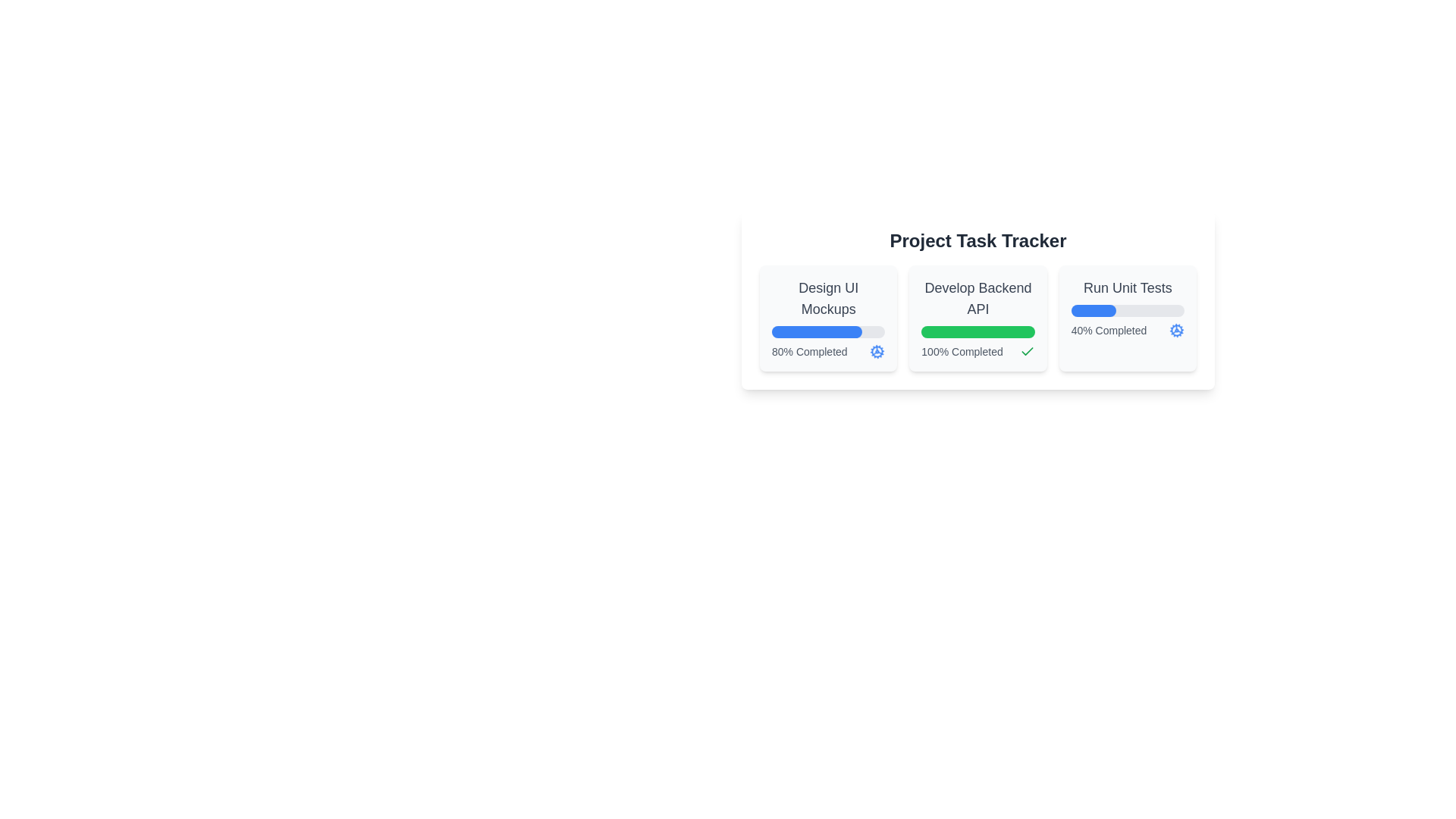  What do you see at coordinates (1027, 351) in the screenshot?
I see `the green checkmark icon with a red border located to the right of the '100% Completed' label in the 'Develop Backend API' card` at bounding box center [1027, 351].